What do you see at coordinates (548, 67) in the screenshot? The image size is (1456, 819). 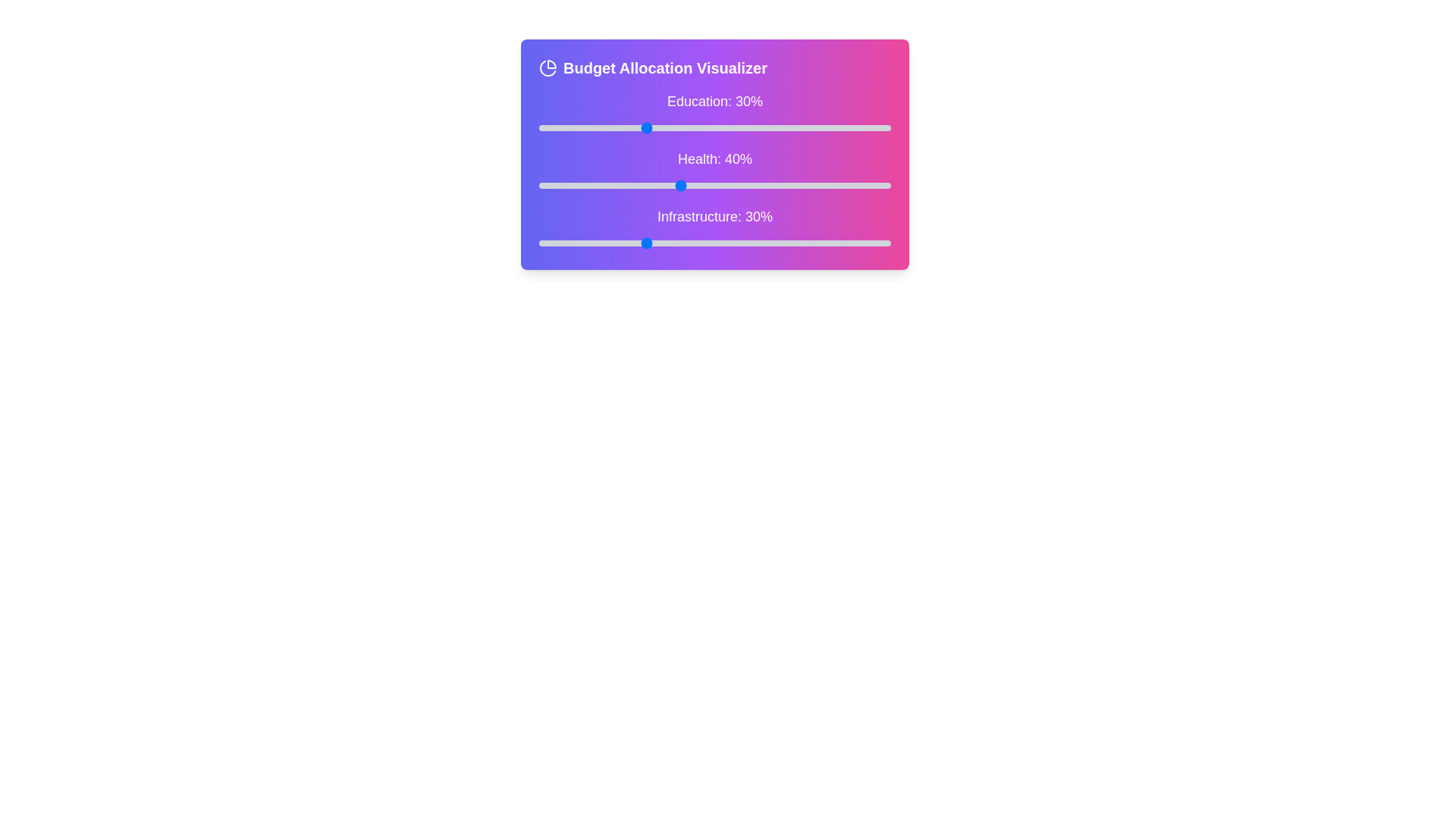 I see `the decorative icon representing budget division located to the left of the 'Budget Allocation Visualizer' text` at bounding box center [548, 67].